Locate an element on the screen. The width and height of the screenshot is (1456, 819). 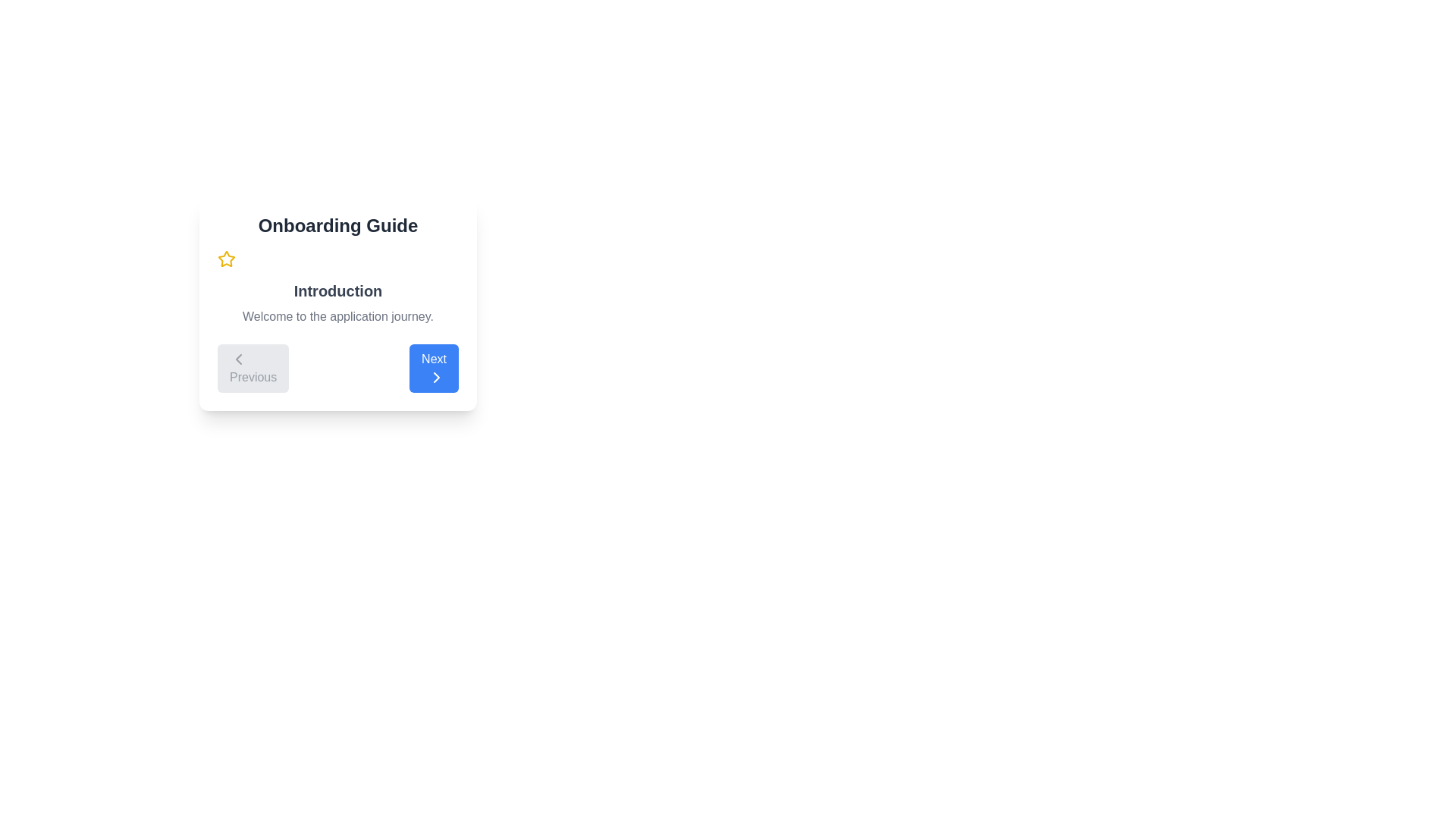
the decorative star icon located at the top-left corner of the onboarding guide box is located at coordinates (225, 259).